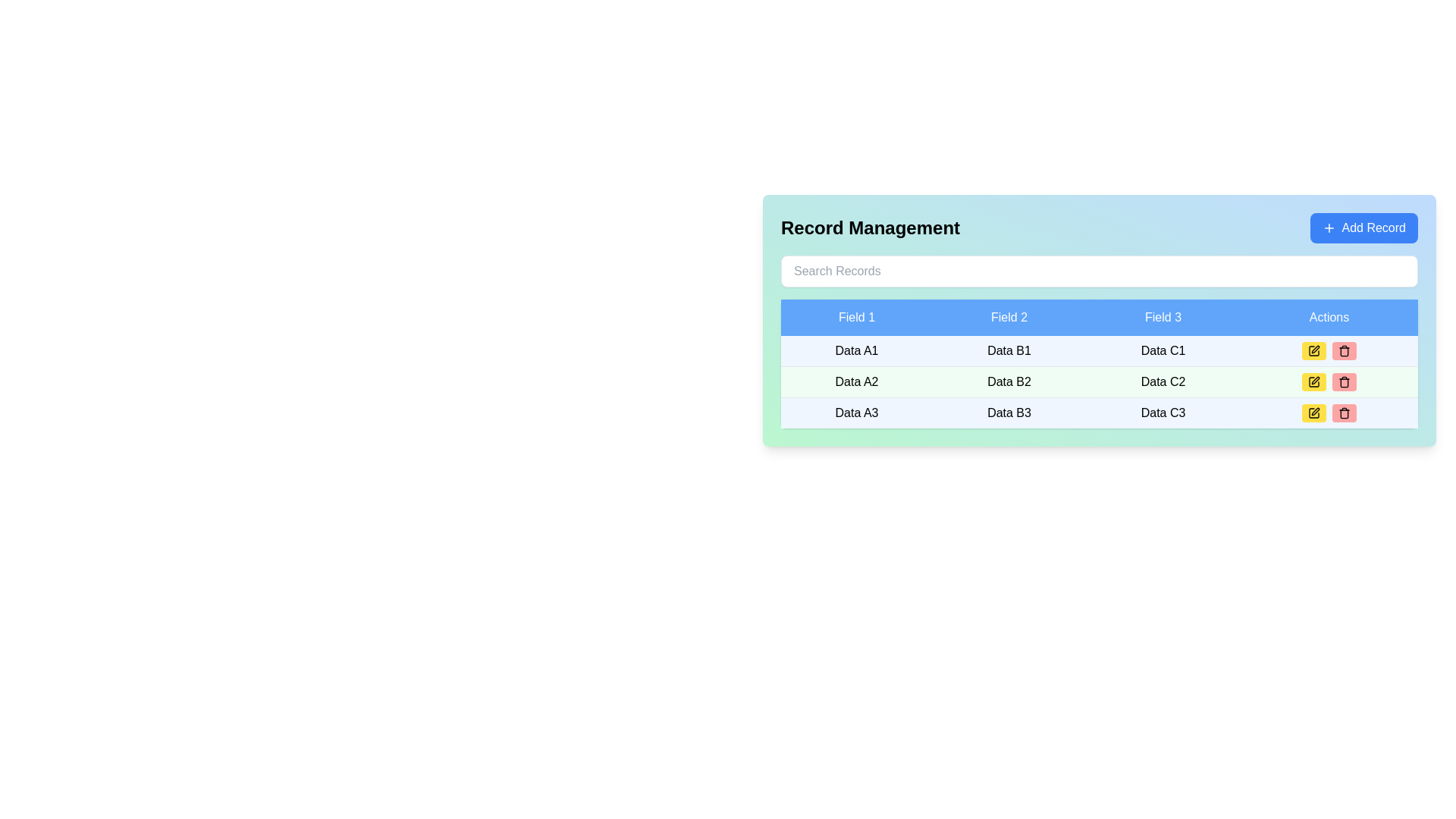  I want to click on the last cell of the table row that is located directly below the row containing 'Data A2', 'Data B2', and 'Data C2', so click(1099, 412).